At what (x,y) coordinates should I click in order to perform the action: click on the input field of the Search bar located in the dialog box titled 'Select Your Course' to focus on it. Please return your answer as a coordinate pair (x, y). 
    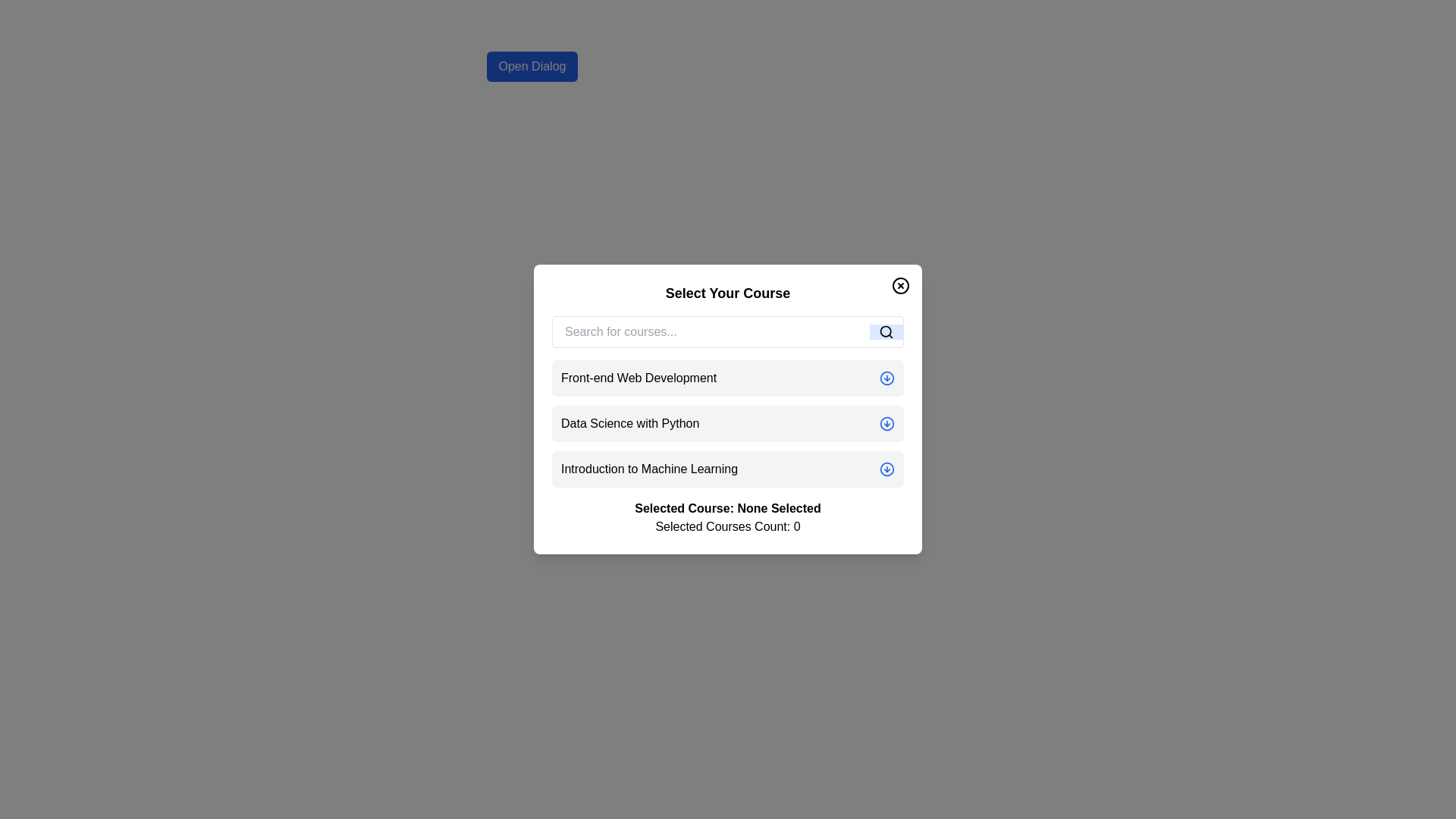
    Looking at the image, I should click on (728, 331).